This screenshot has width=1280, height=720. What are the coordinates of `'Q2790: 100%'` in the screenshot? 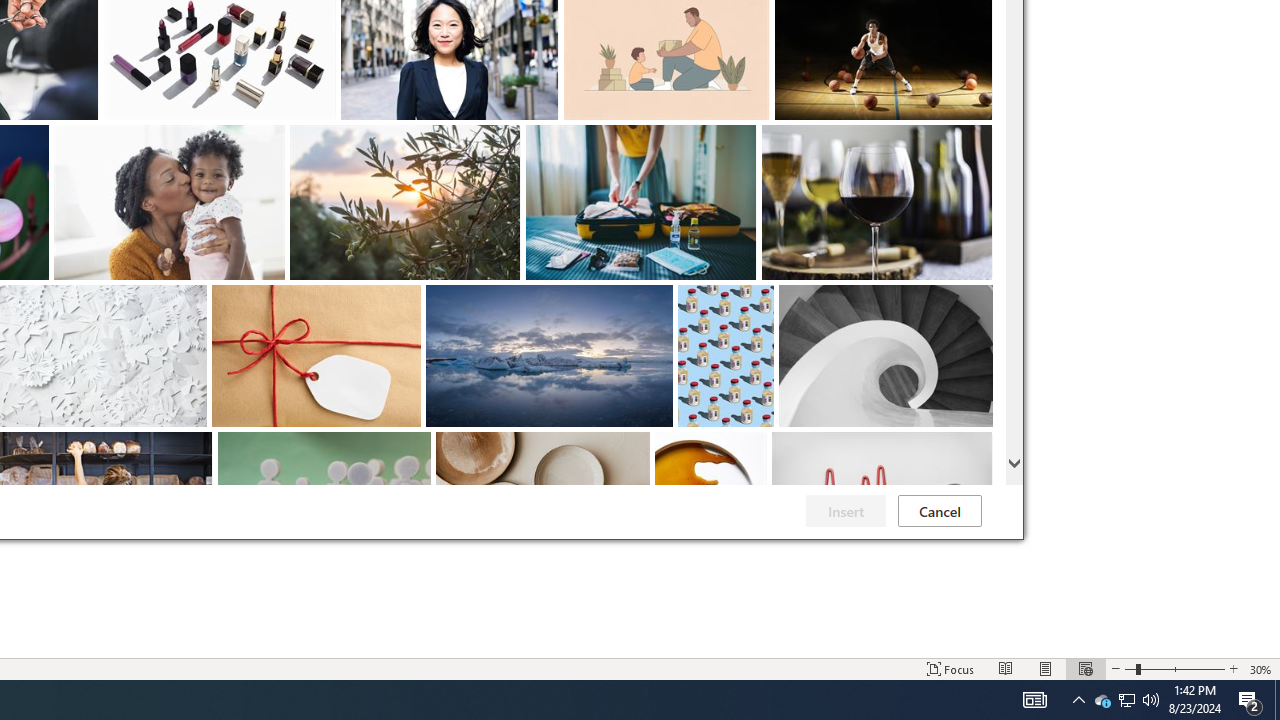 It's located at (1127, 698).